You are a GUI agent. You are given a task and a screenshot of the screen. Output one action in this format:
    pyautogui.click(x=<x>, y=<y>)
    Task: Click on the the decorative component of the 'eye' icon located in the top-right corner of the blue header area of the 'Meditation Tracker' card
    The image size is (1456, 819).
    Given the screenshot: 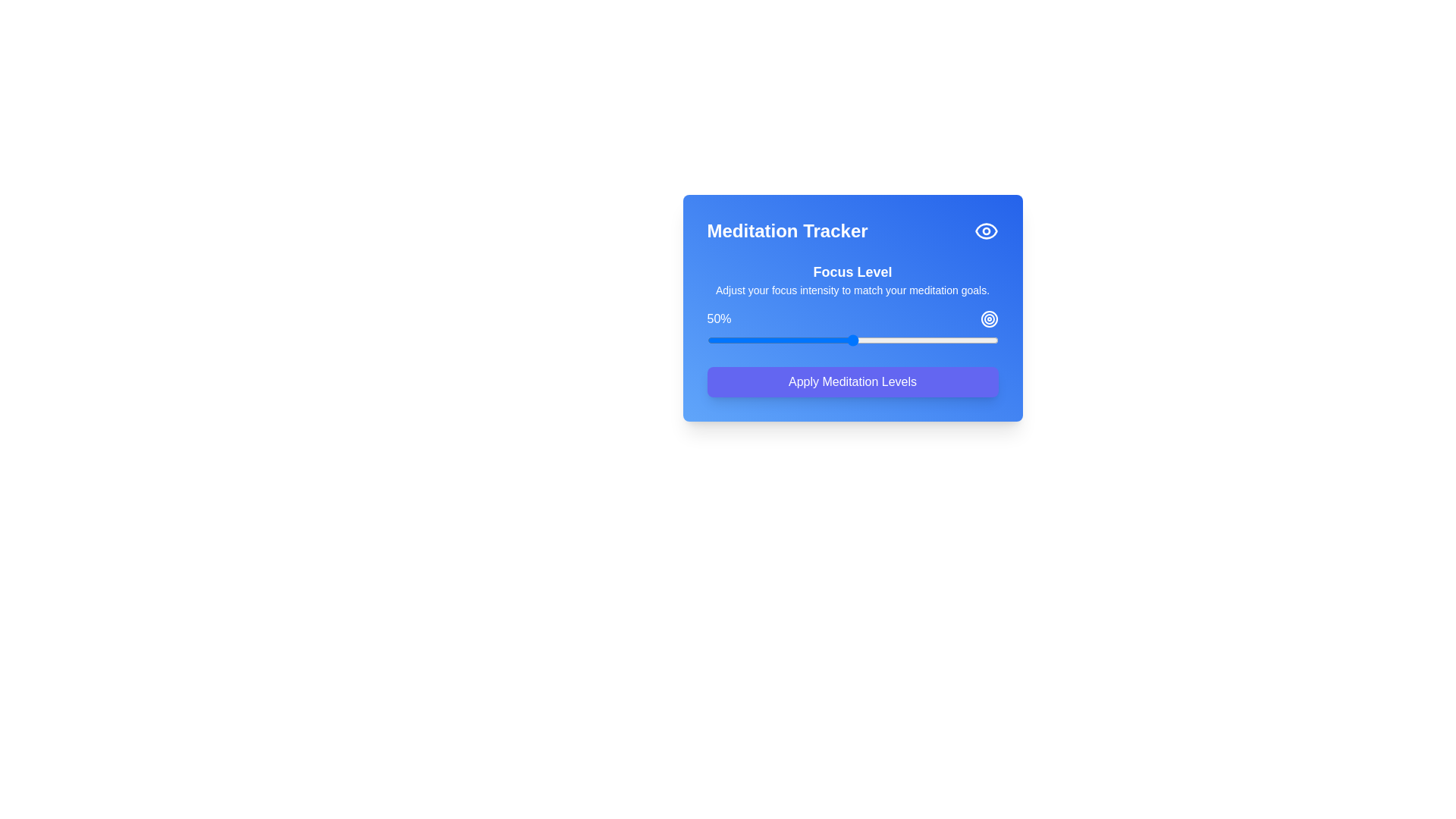 What is the action you would take?
    pyautogui.click(x=986, y=231)
    